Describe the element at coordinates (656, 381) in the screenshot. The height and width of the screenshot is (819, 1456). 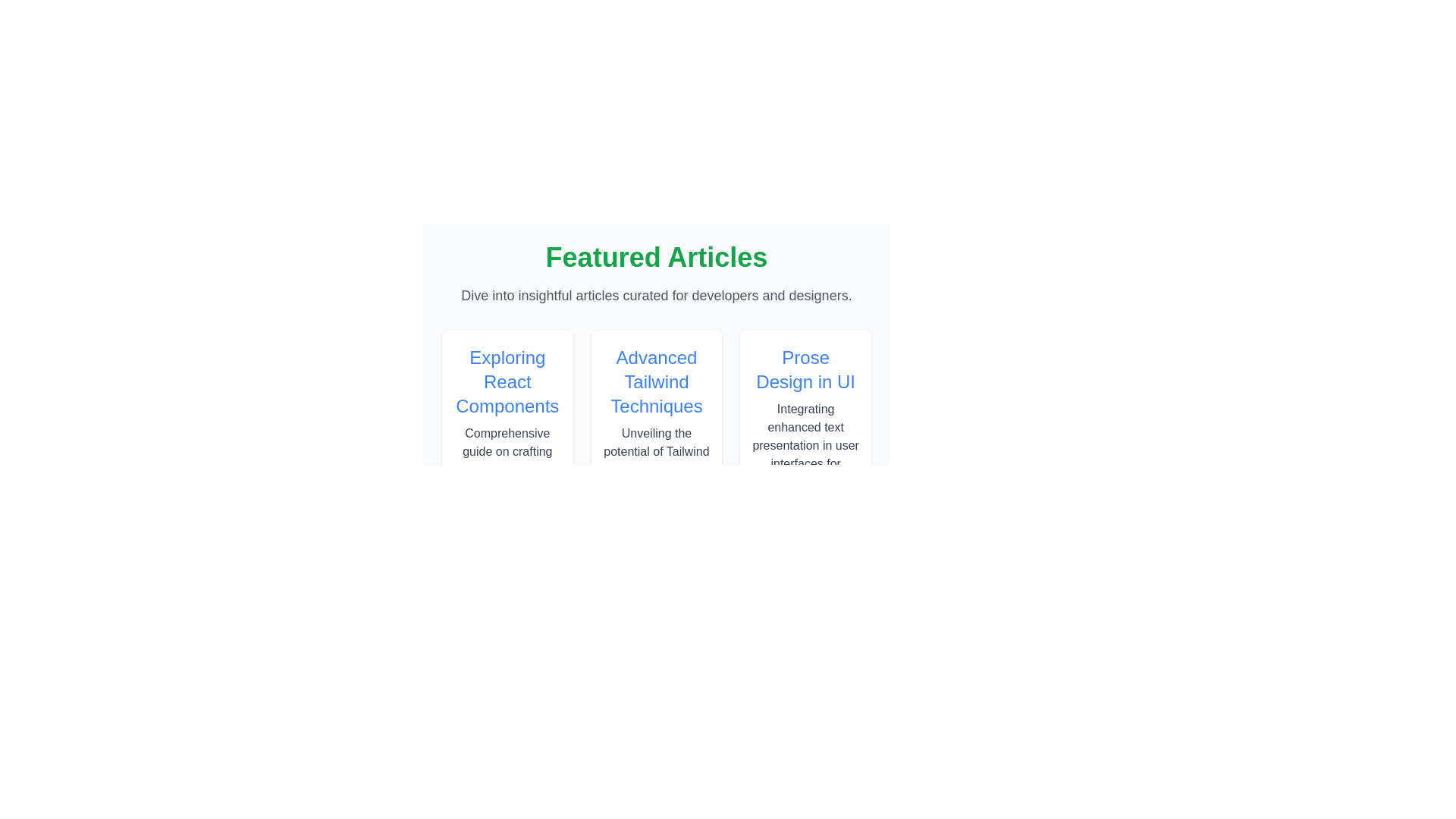
I see `title text displayed in the second column of the three-column layout, positioned centrally between 'Exploring React Components' and 'Prose Design in UI'` at that location.